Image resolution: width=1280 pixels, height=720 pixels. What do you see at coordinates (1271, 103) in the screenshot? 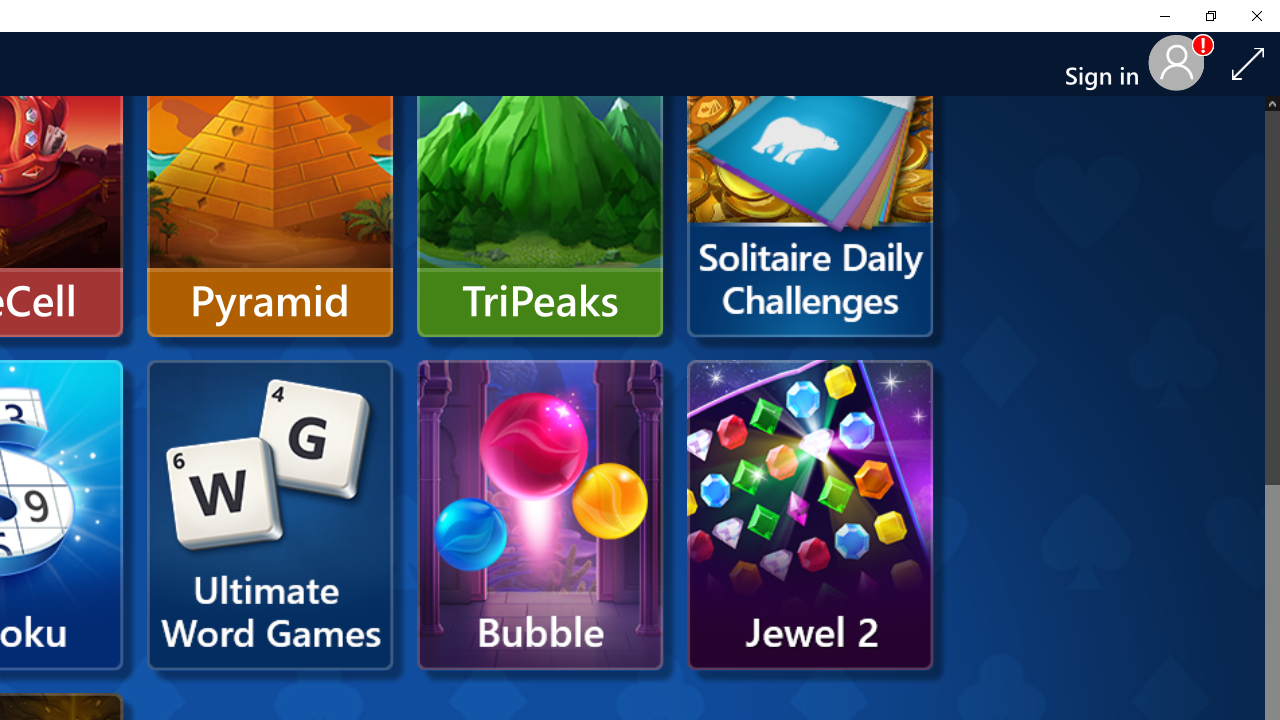
I see `'AutomationID: up_arrow_0'` at bounding box center [1271, 103].